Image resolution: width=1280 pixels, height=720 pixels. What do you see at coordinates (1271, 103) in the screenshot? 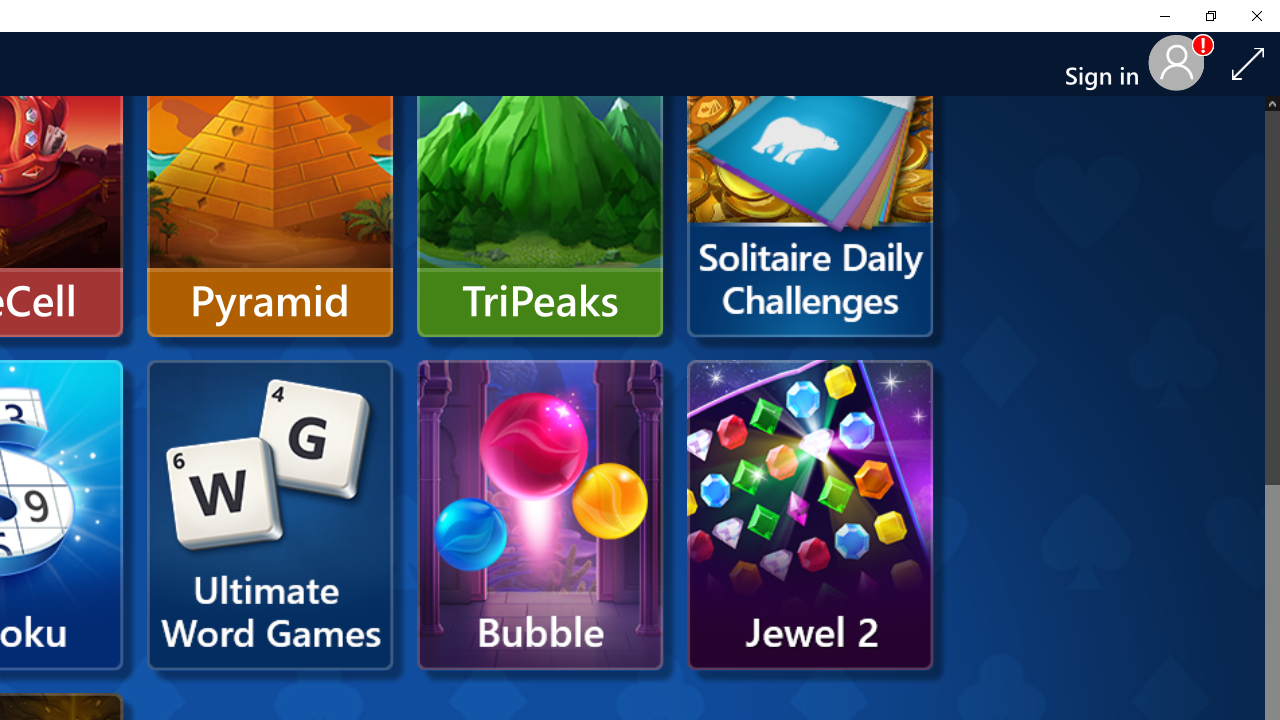
I see `'AutomationID: up_arrow_0'` at bounding box center [1271, 103].